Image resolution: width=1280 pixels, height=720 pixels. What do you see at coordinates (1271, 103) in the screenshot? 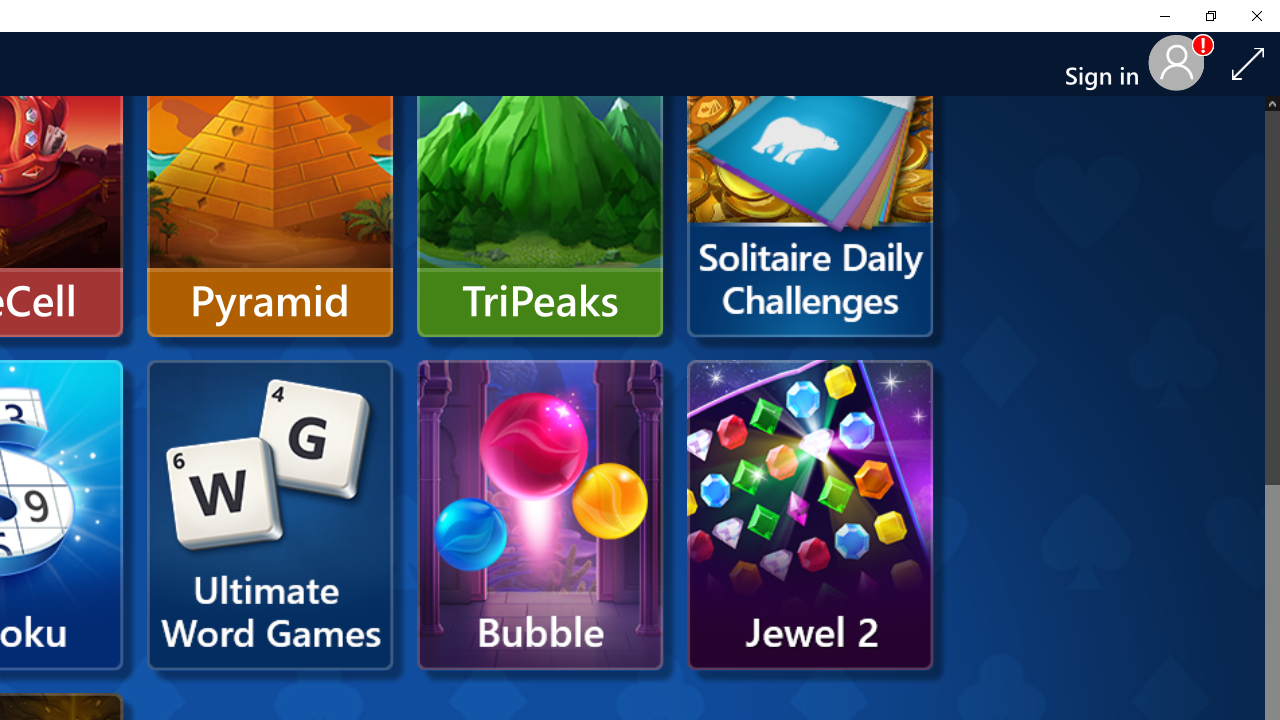
I see `'AutomationID: up_arrow_0'` at bounding box center [1271, 103].